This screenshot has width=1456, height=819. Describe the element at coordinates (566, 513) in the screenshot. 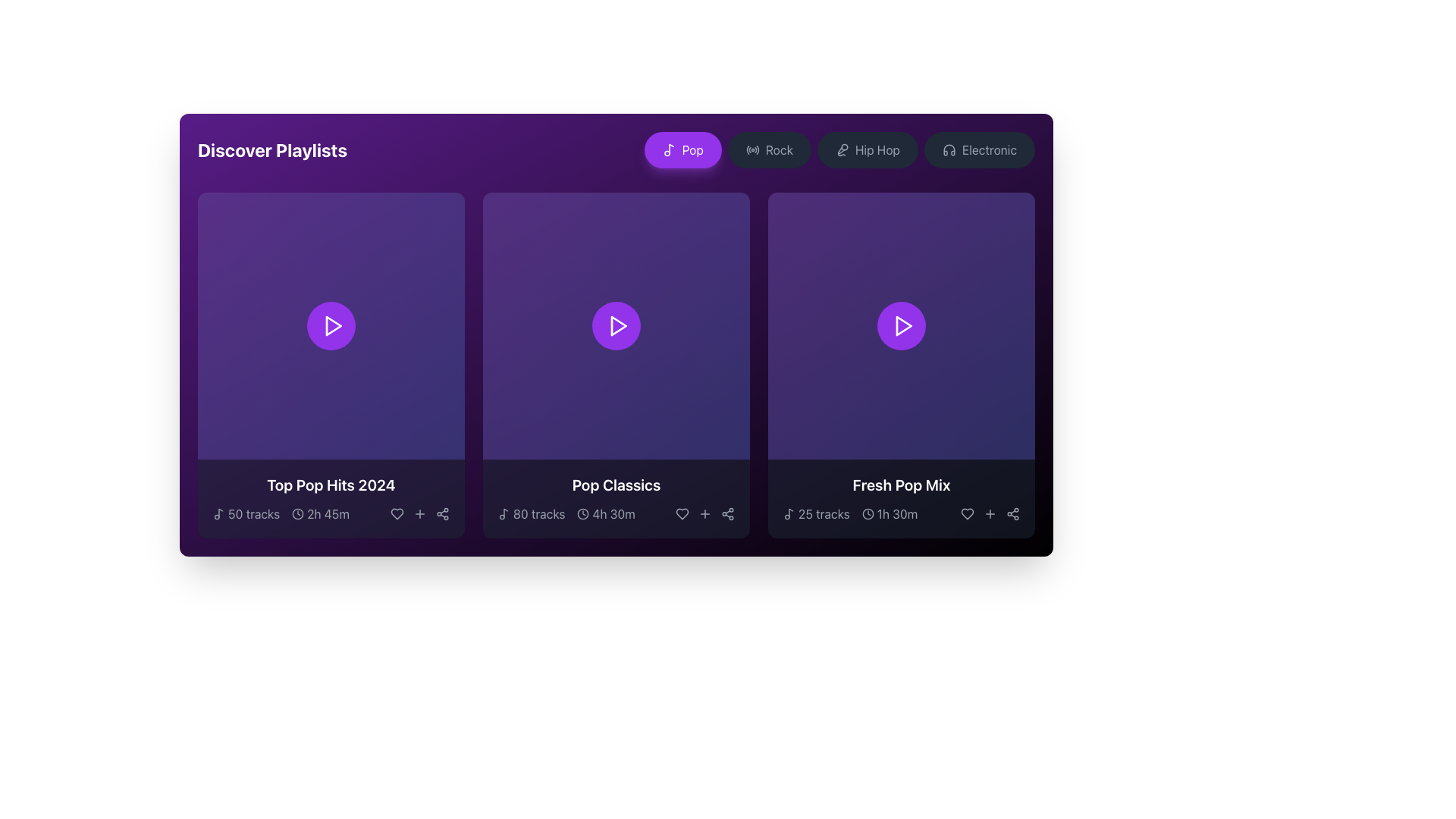

I see `the informational text with icons located at the bottom-left corner of the 'Pop Classics' card, which provides details about the number of tracks and total duration of the playlist` at that location.